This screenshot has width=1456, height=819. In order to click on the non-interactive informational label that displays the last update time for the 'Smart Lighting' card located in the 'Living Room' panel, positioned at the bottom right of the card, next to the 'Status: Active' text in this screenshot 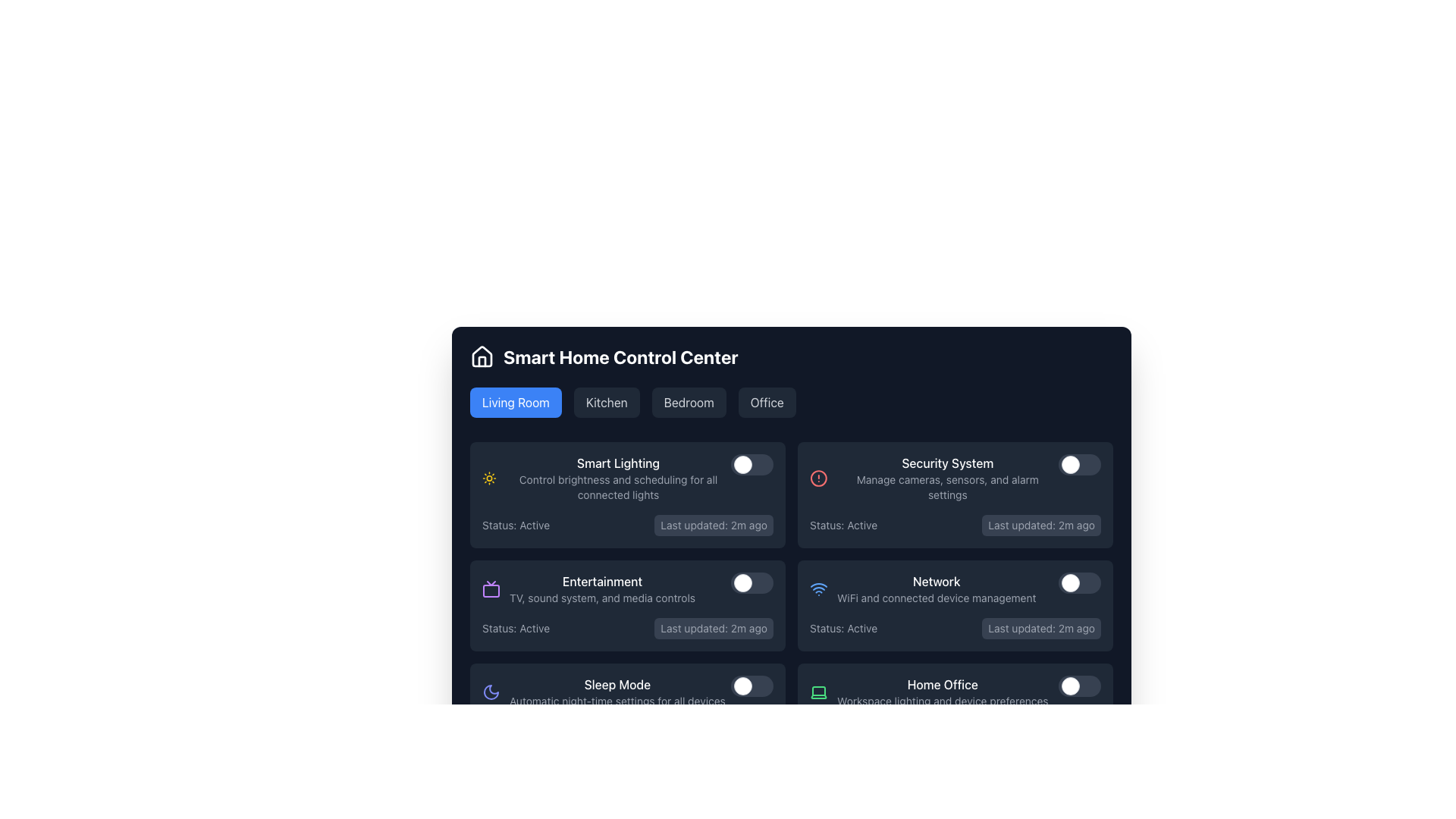, I will do `click(713, 525)`.